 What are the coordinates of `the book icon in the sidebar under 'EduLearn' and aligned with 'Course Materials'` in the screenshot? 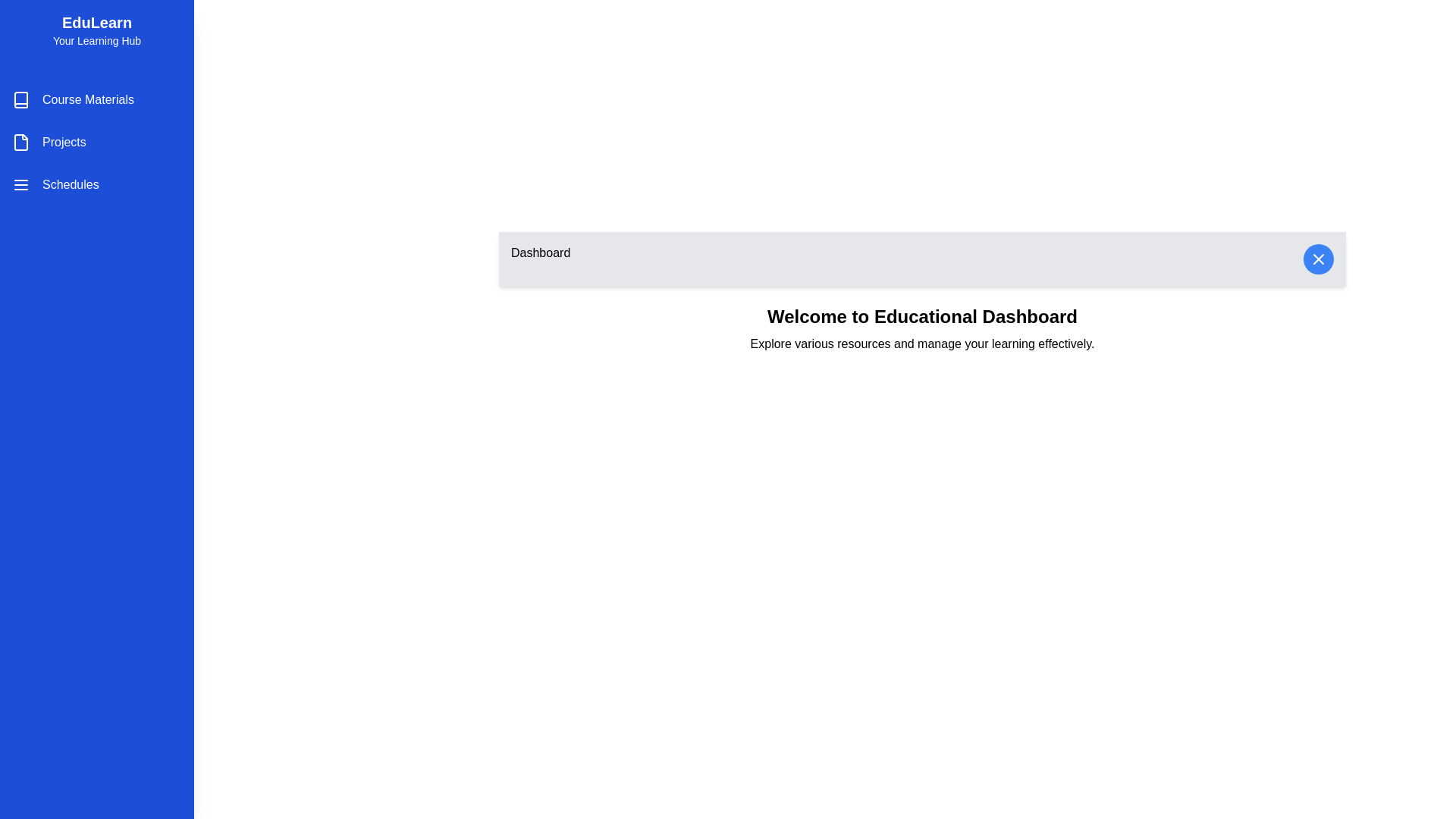 It's located at (21, 99).